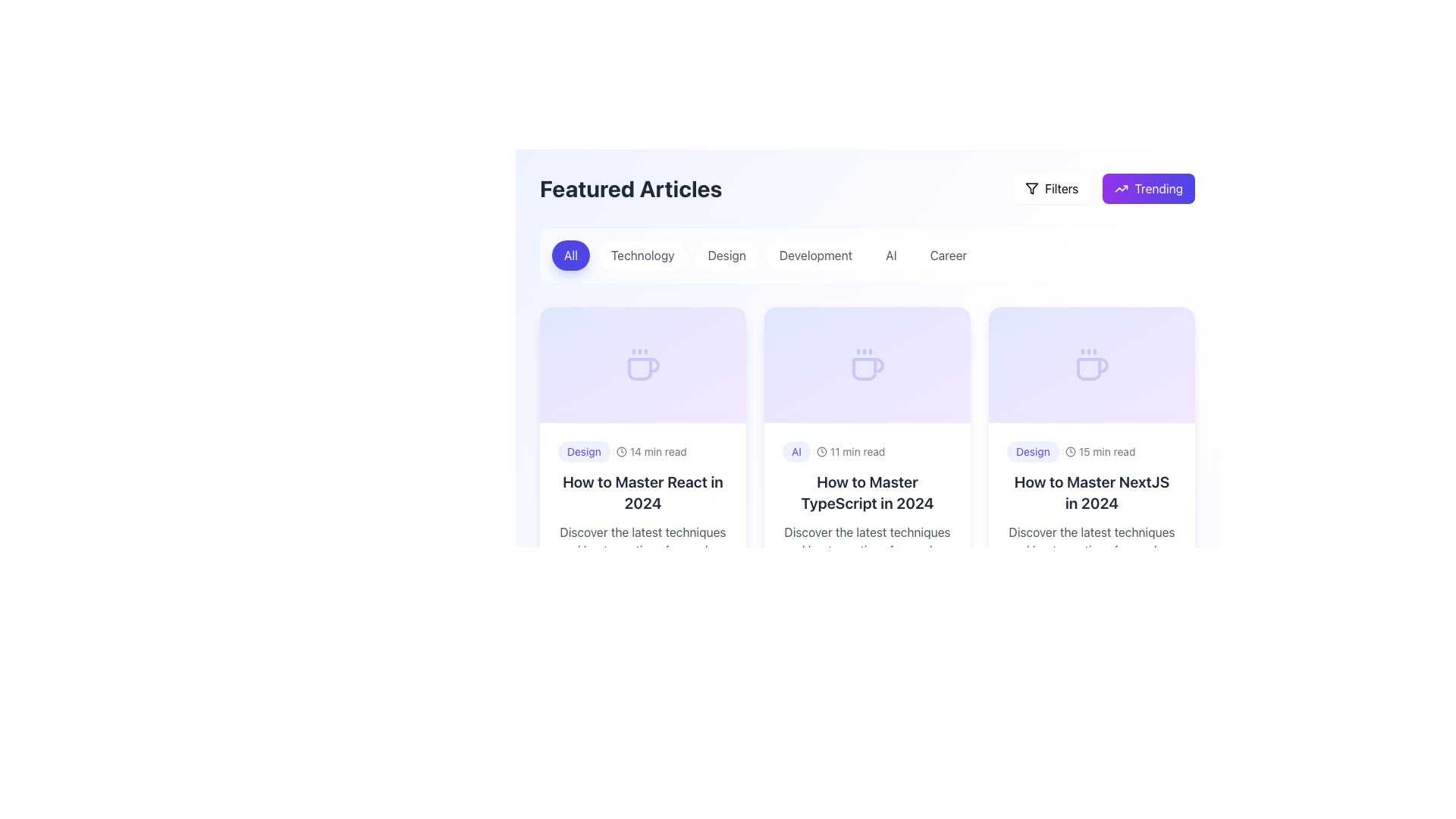 The image size is (1456, 819). I want to click on the circular outline of the clock icon located in the header section of the article card, so click(821, 451).